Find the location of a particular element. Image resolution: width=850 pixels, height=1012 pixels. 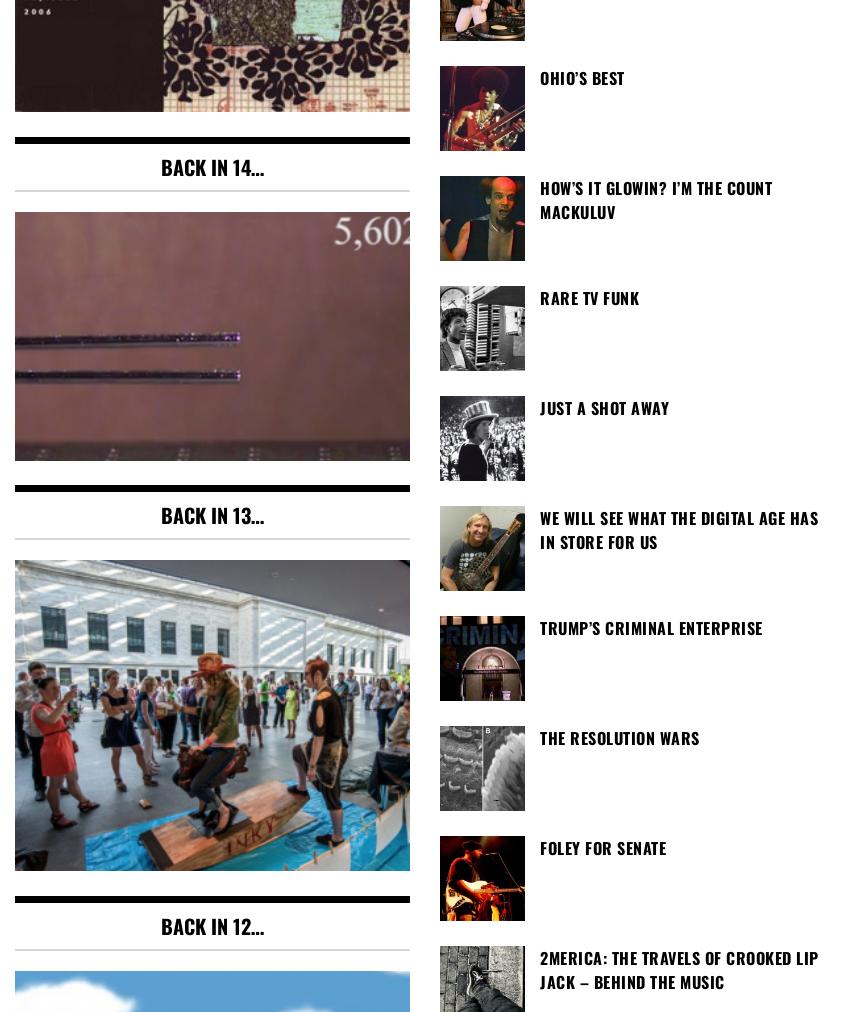

'The Resolution Wars' is located at coordinates (618, 737).